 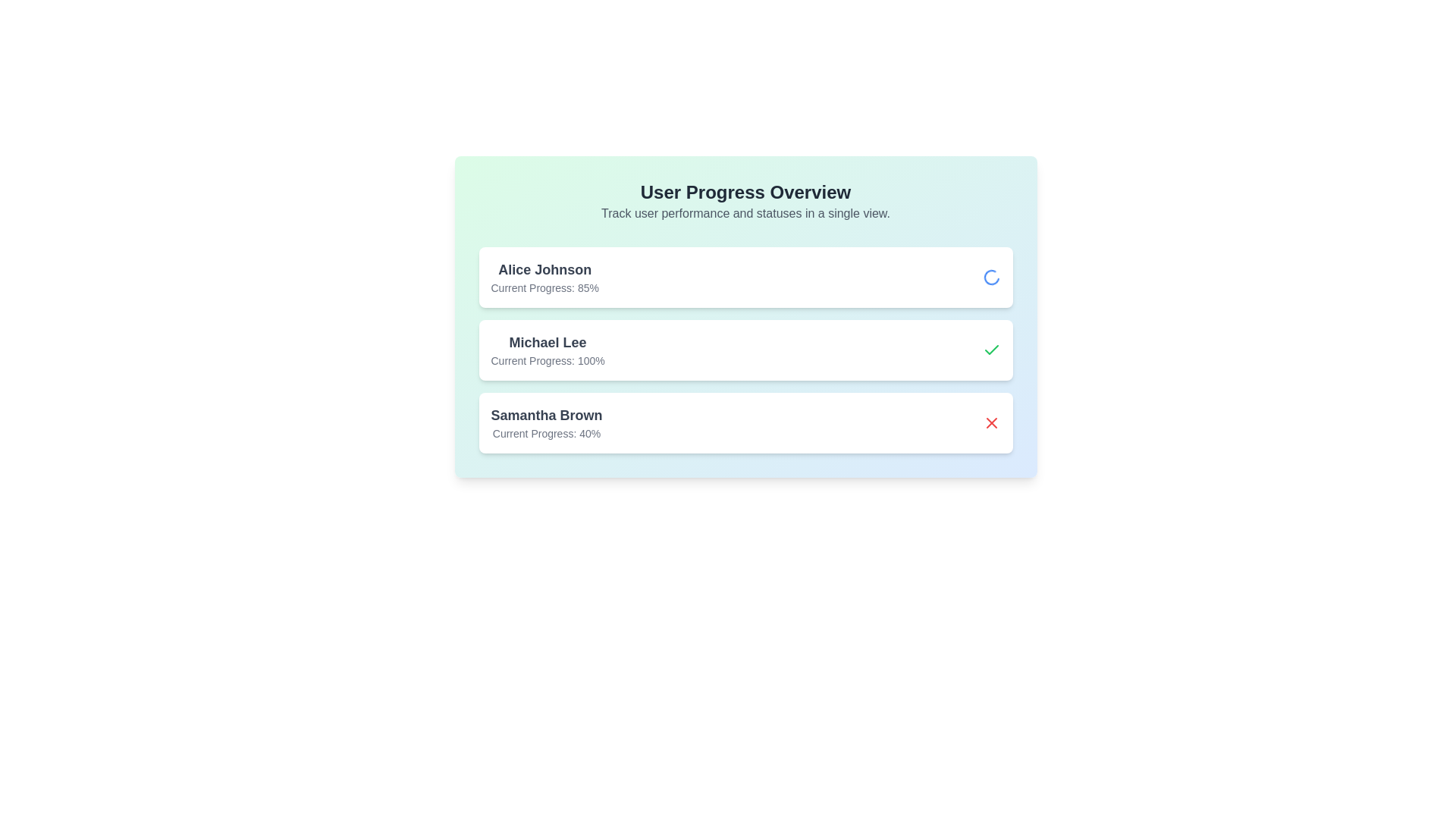 What do you see at coordinates (991, 278) in the screenshot?
I see `the loading spinner indicator located next to the 'Current Progress: 85%' text in Alice Johnson's progress overview interface` at bounding box center [991, 278].